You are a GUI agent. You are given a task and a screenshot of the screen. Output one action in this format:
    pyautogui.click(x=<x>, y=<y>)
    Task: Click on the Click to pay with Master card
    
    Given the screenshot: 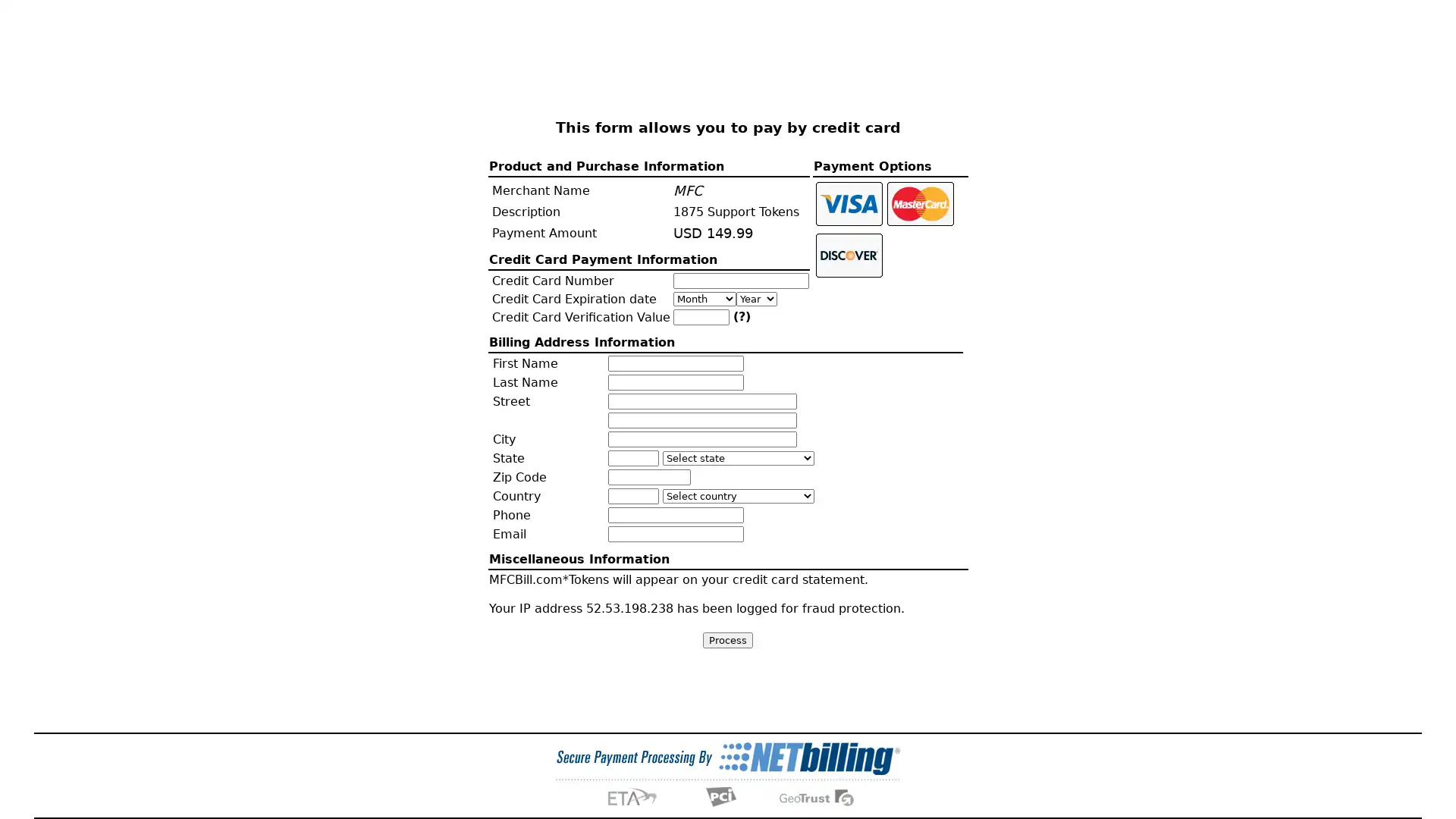 What is the action you would take?
    pyautogui.click(x=919, y=203)
    